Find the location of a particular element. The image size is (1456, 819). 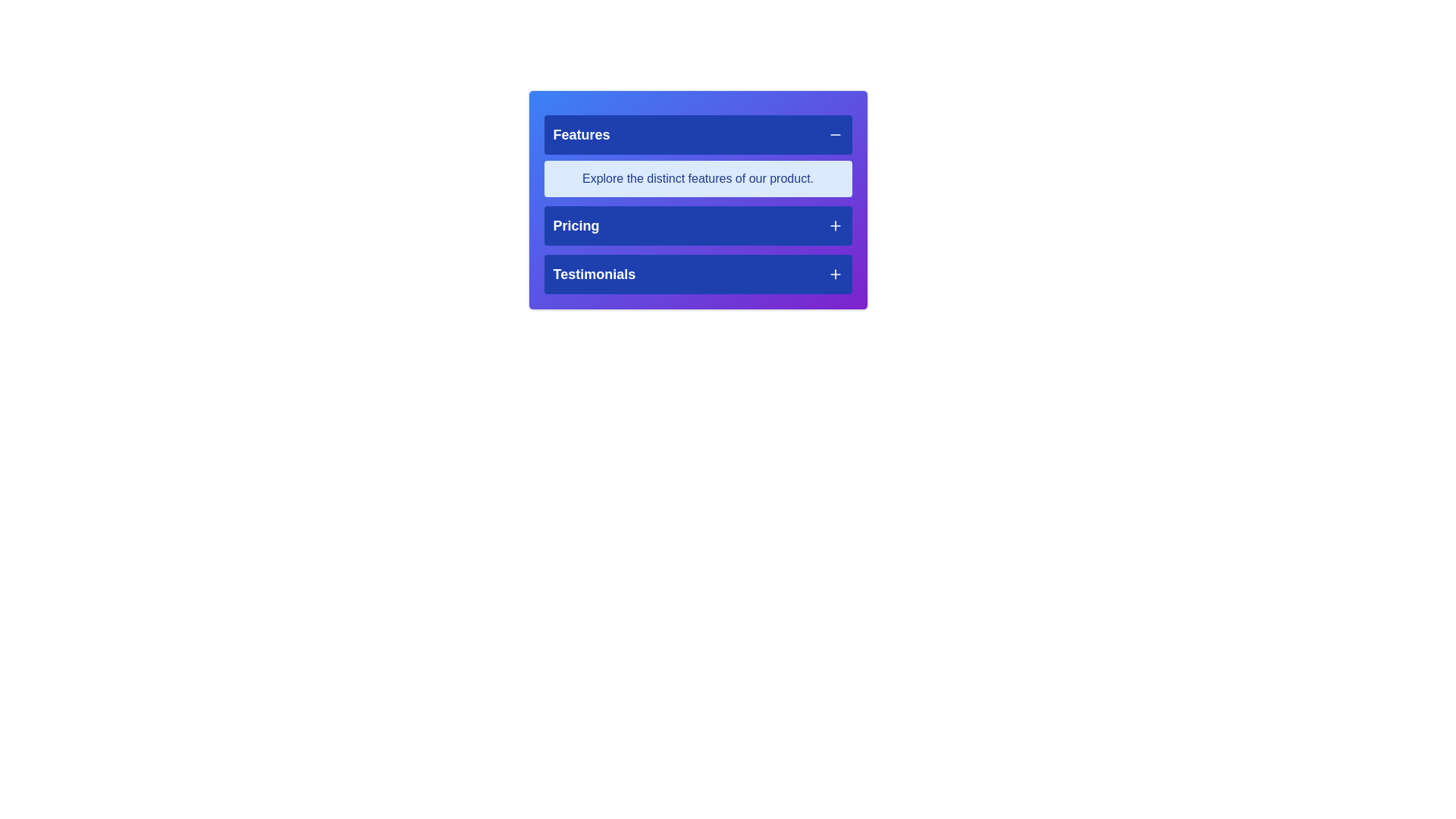

the 'Testimonials' Text Label, which identifies the section within a blue box at the bottom of a vertical list of menu items is located at coordinates (593, 275).